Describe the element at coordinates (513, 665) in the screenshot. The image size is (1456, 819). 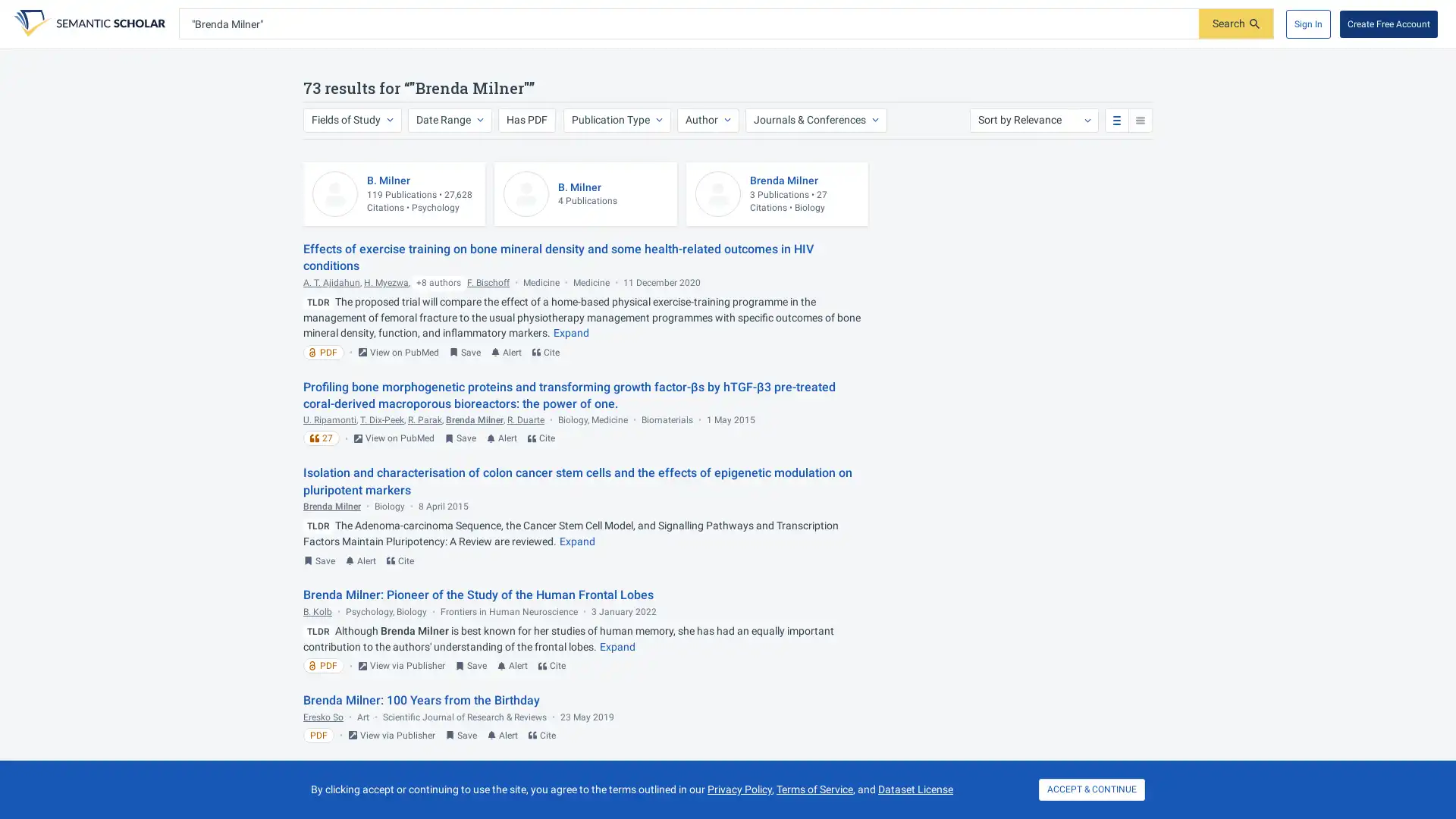
I see `Turn on email alert for this paper` at that location.